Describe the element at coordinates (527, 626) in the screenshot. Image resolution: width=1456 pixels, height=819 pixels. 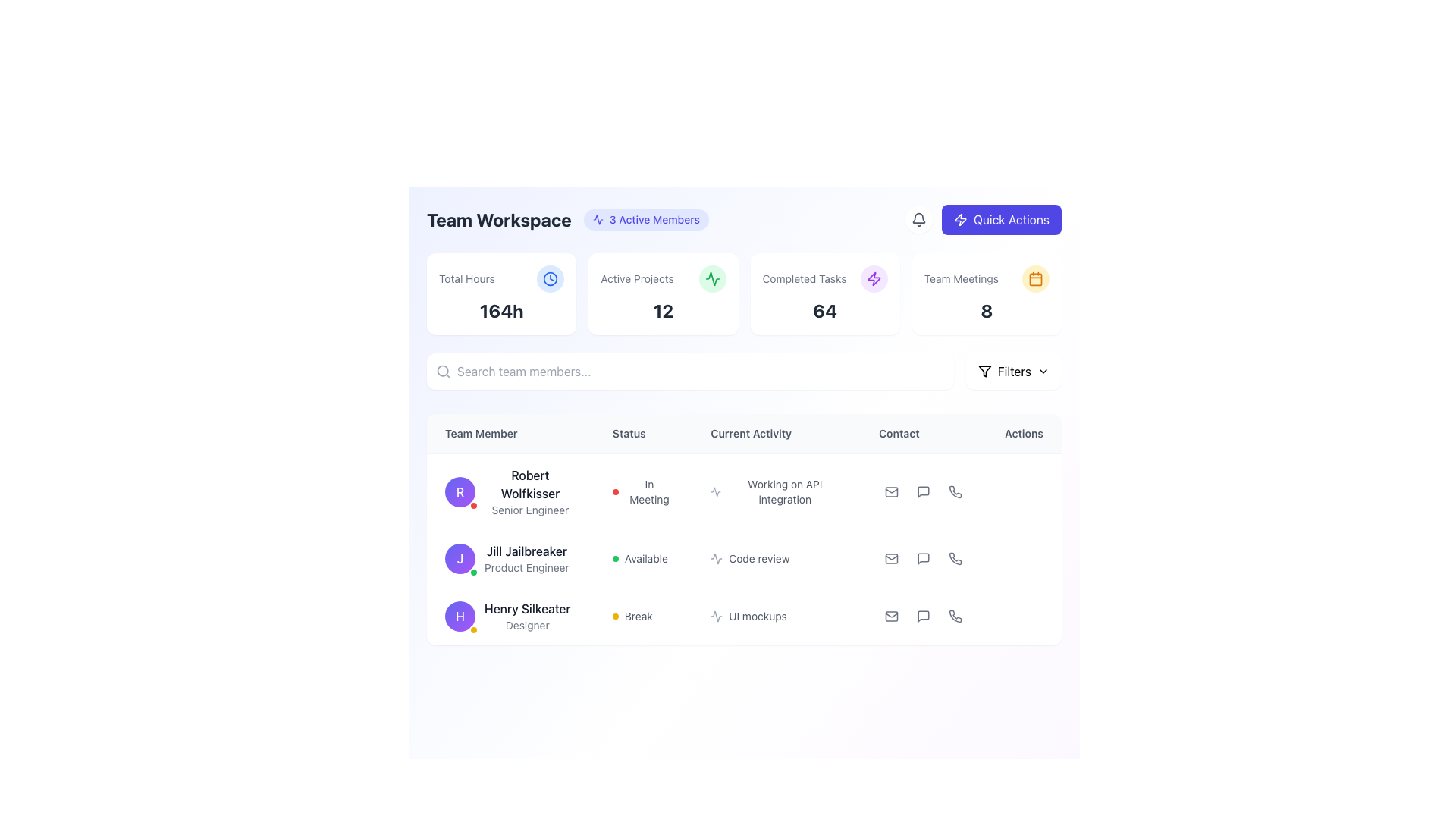
I see `text label indicating the role of 'Henry Silkeater' in the team, which is positioned beneath his name in a table layout` at that location.